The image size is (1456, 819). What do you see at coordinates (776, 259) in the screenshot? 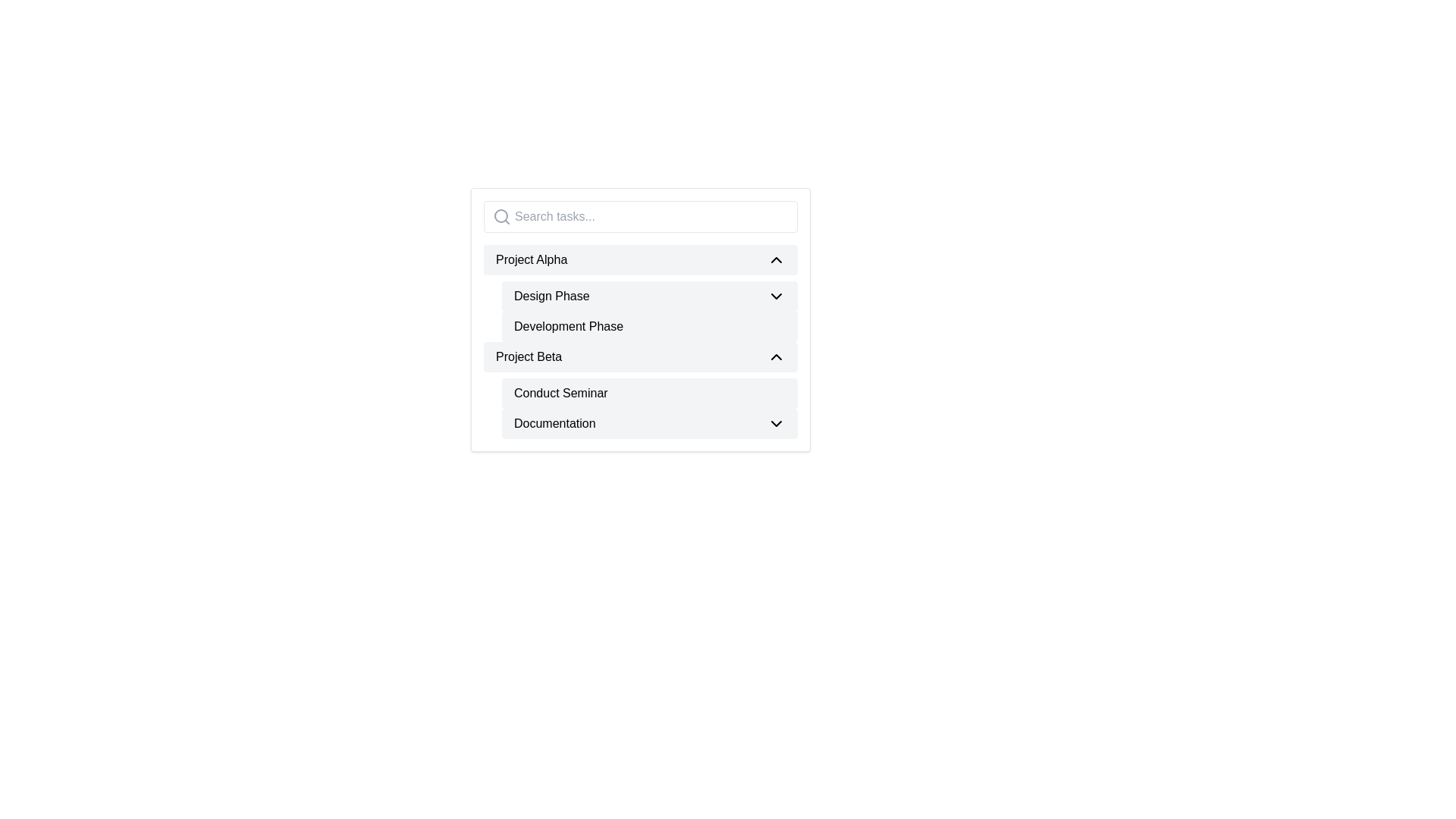
I see `the upward-pointing chevron icon located to the right of the text 'Project Alpha' in the vertical list layout` at bounding box center [776, 259].